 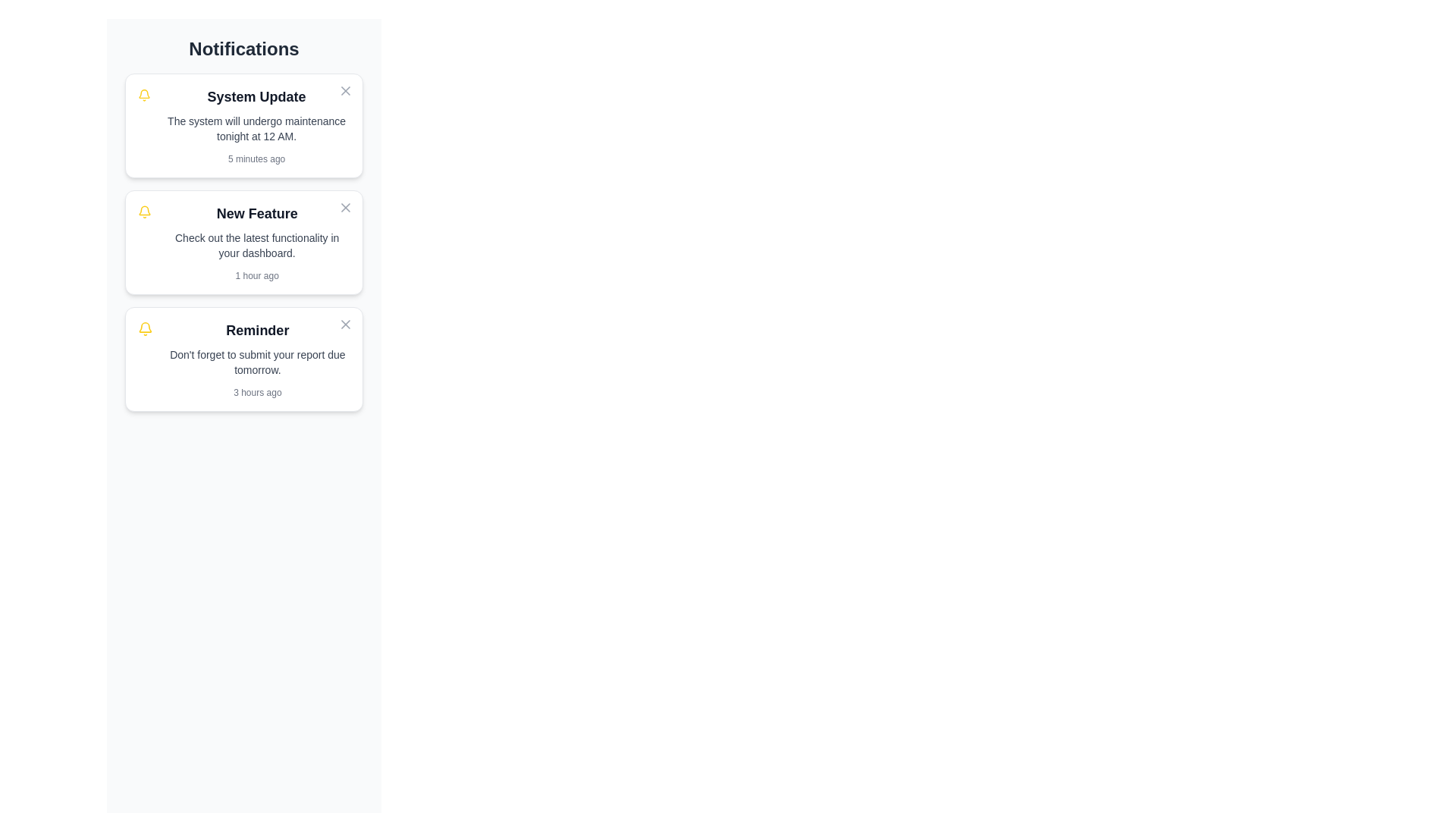 I want to click on the small gray 'X' close button located in the upper-right corner of the 'New Feature' notification box, so click(x=345, y=207).